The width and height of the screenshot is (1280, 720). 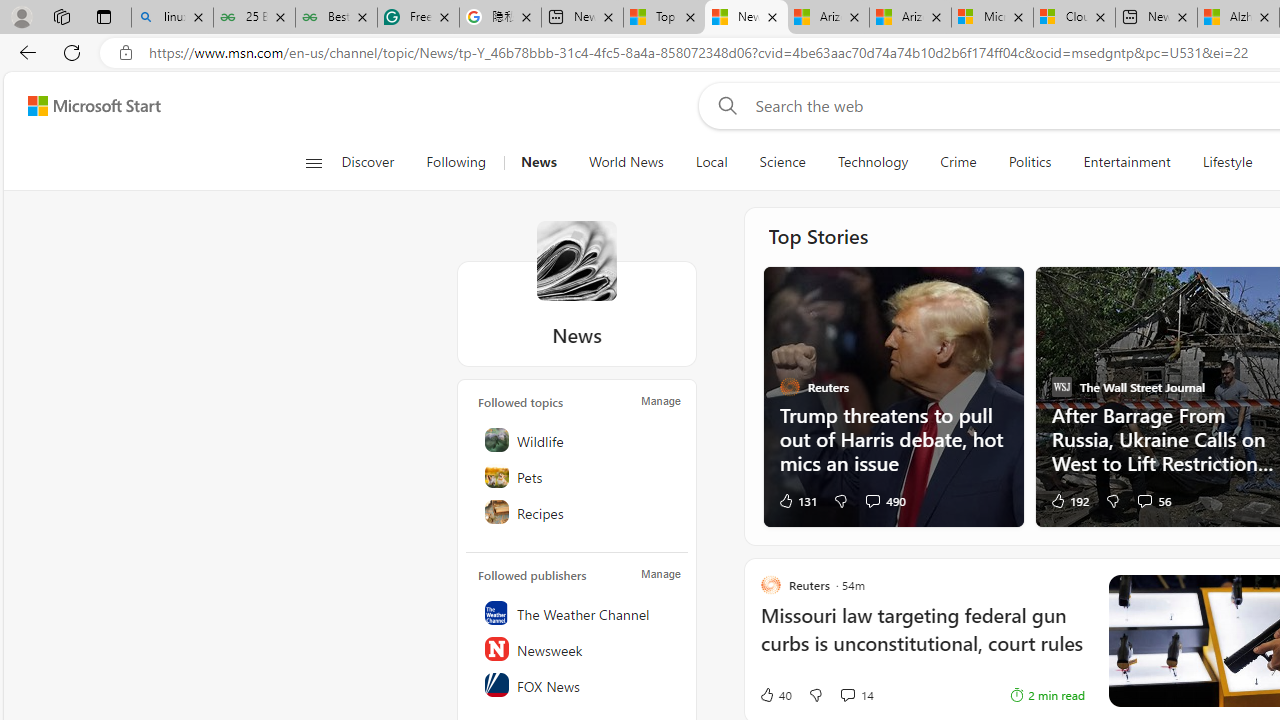 What do you see at coordinates (1127, 162) in the screenshot?
I see `'Entertainment'` at bounding box center [1127, 162].